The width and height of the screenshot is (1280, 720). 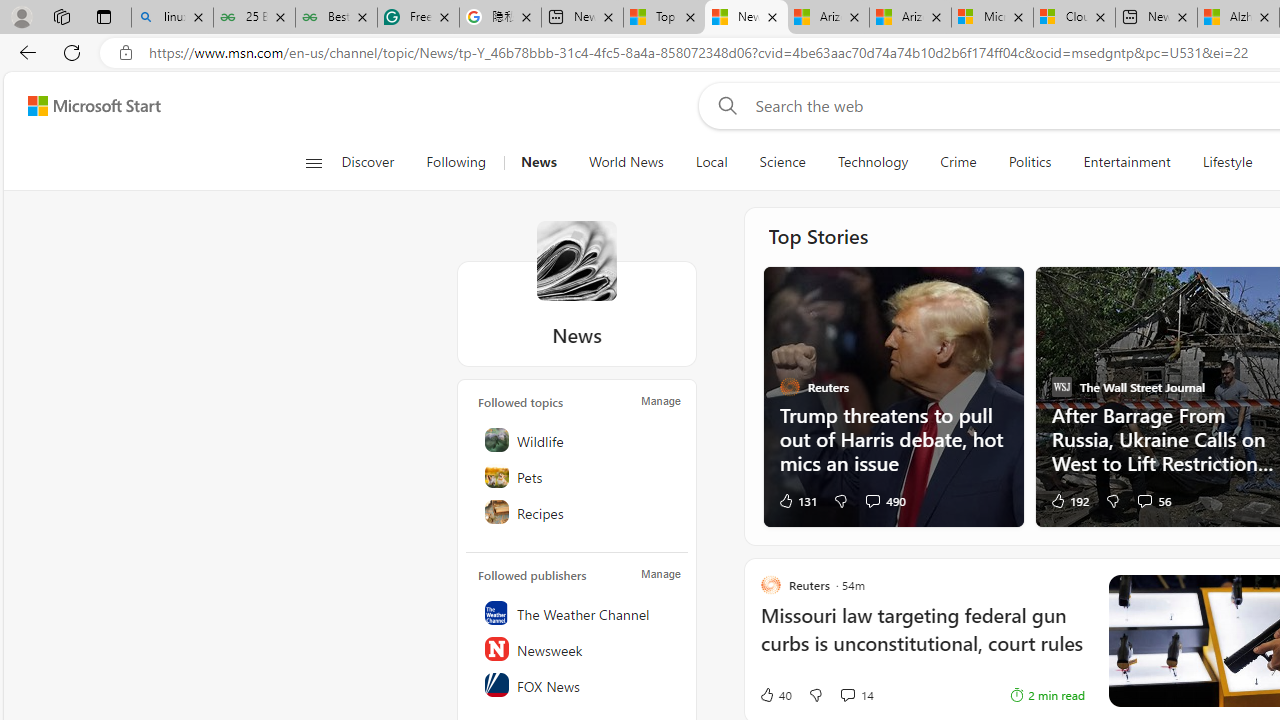 What do you see at coordinates (1127, 162) in the screenshot?
I see `'Entertainment'` at bounding box center [1127, 162].